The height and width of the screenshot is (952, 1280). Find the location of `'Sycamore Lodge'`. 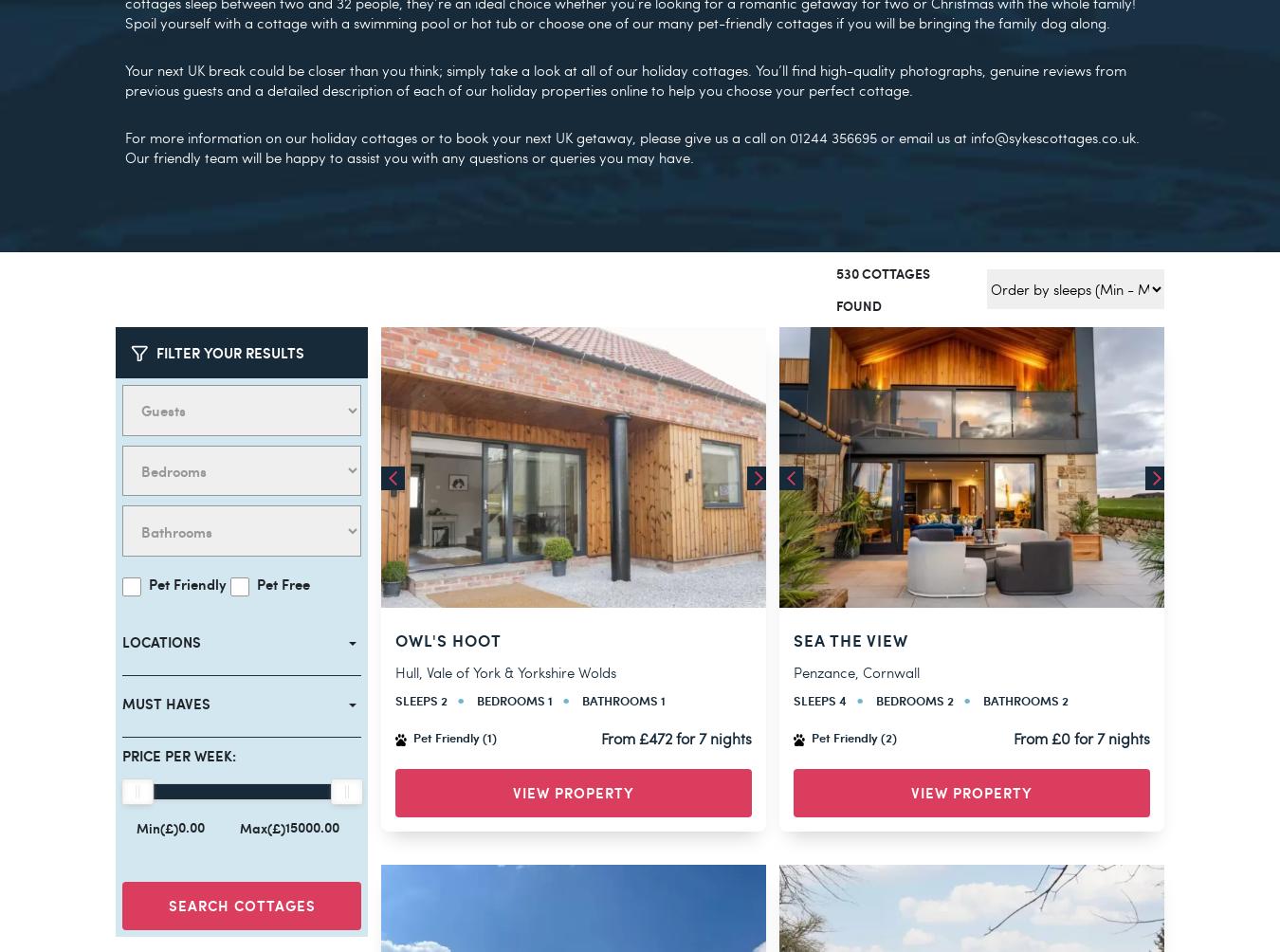

'Sycamore Lodge' is located at coordinates (871, 599).